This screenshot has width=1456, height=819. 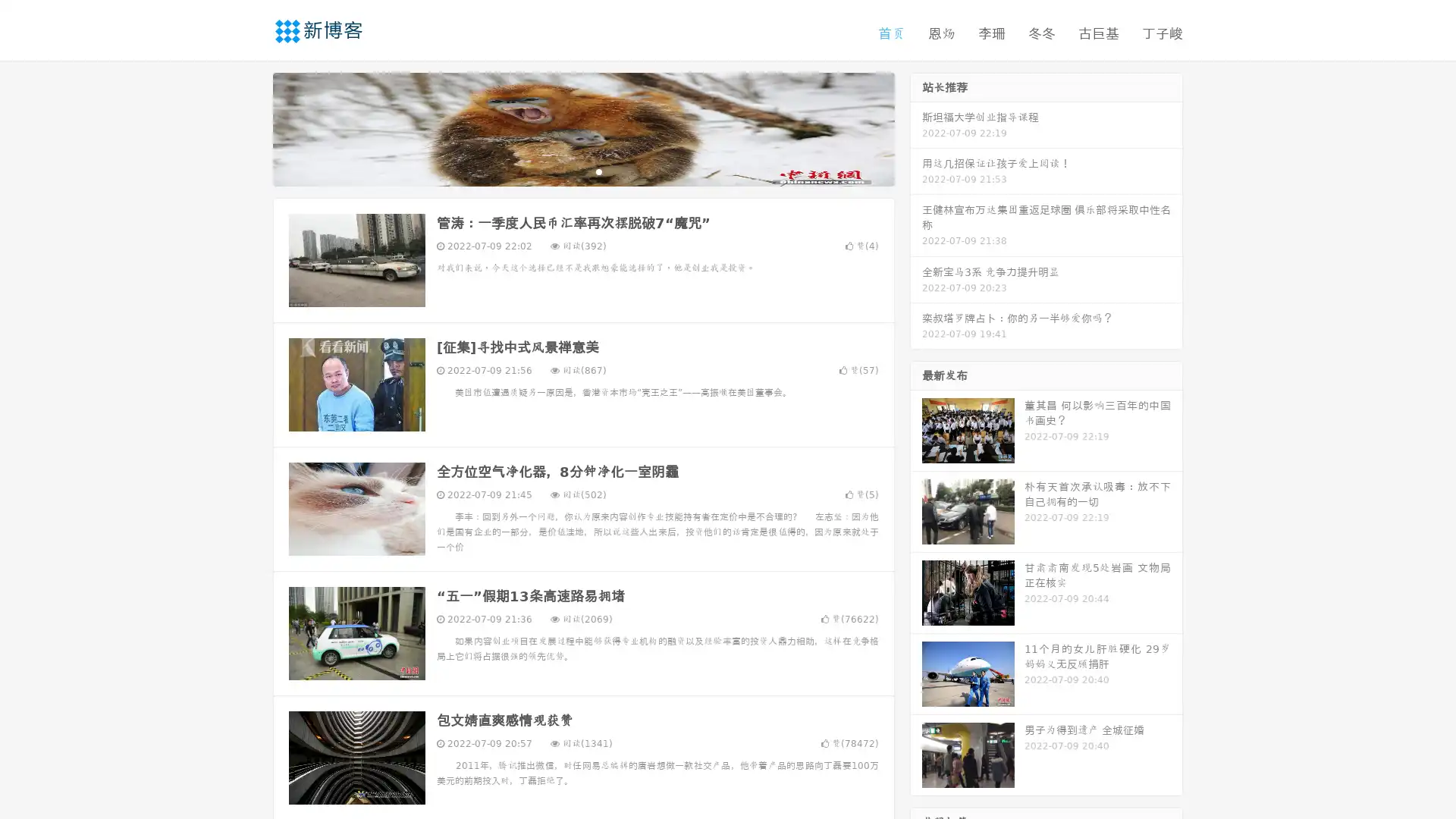 I want to click on Go to slide 3, so click(x=598, y=171).